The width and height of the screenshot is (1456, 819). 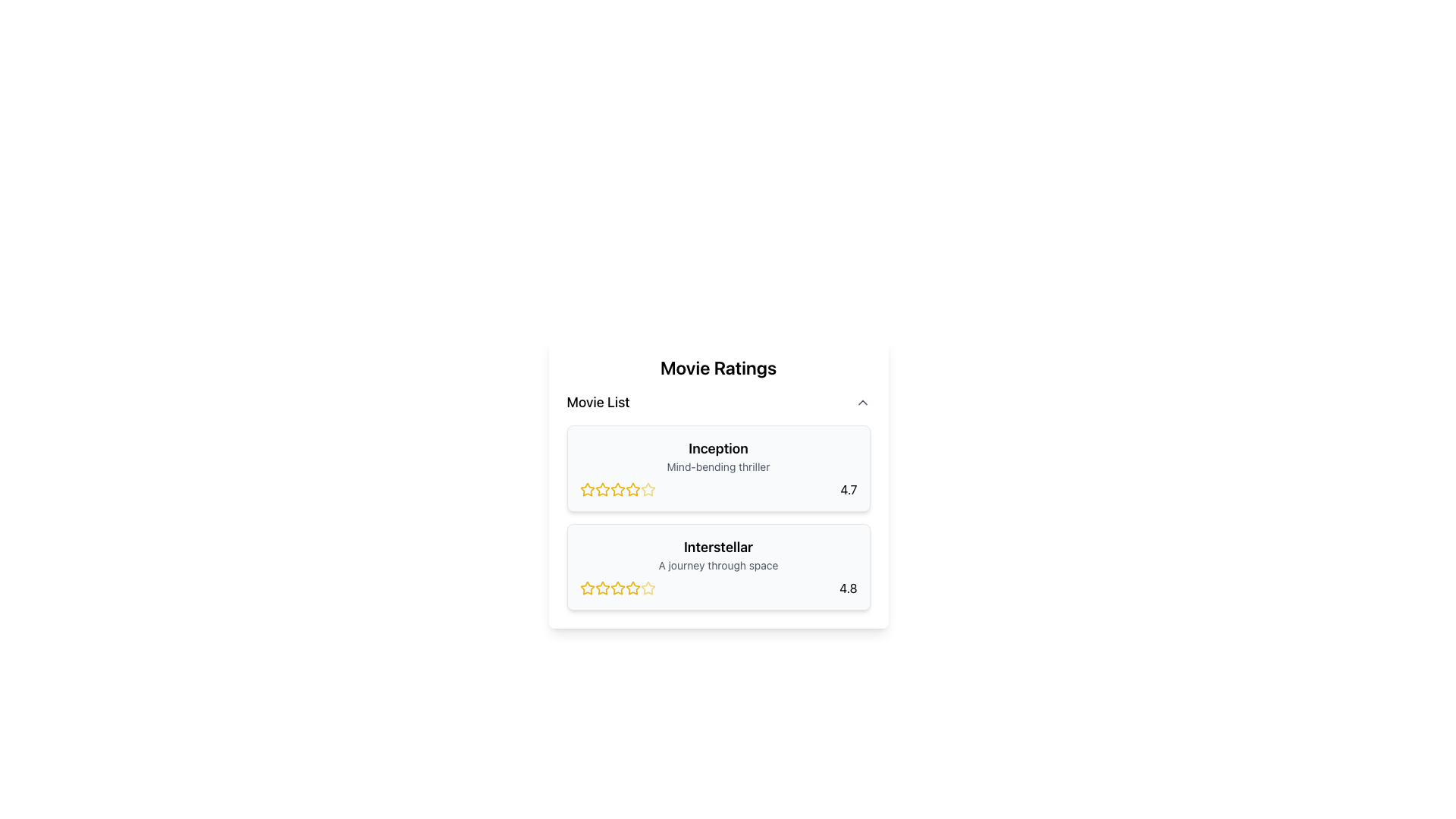 What do you see at coordinates (617, 489) in the screenshot?
I see `the second star icon in the rating section of the first movie entry` at bounding box center [617, 489].